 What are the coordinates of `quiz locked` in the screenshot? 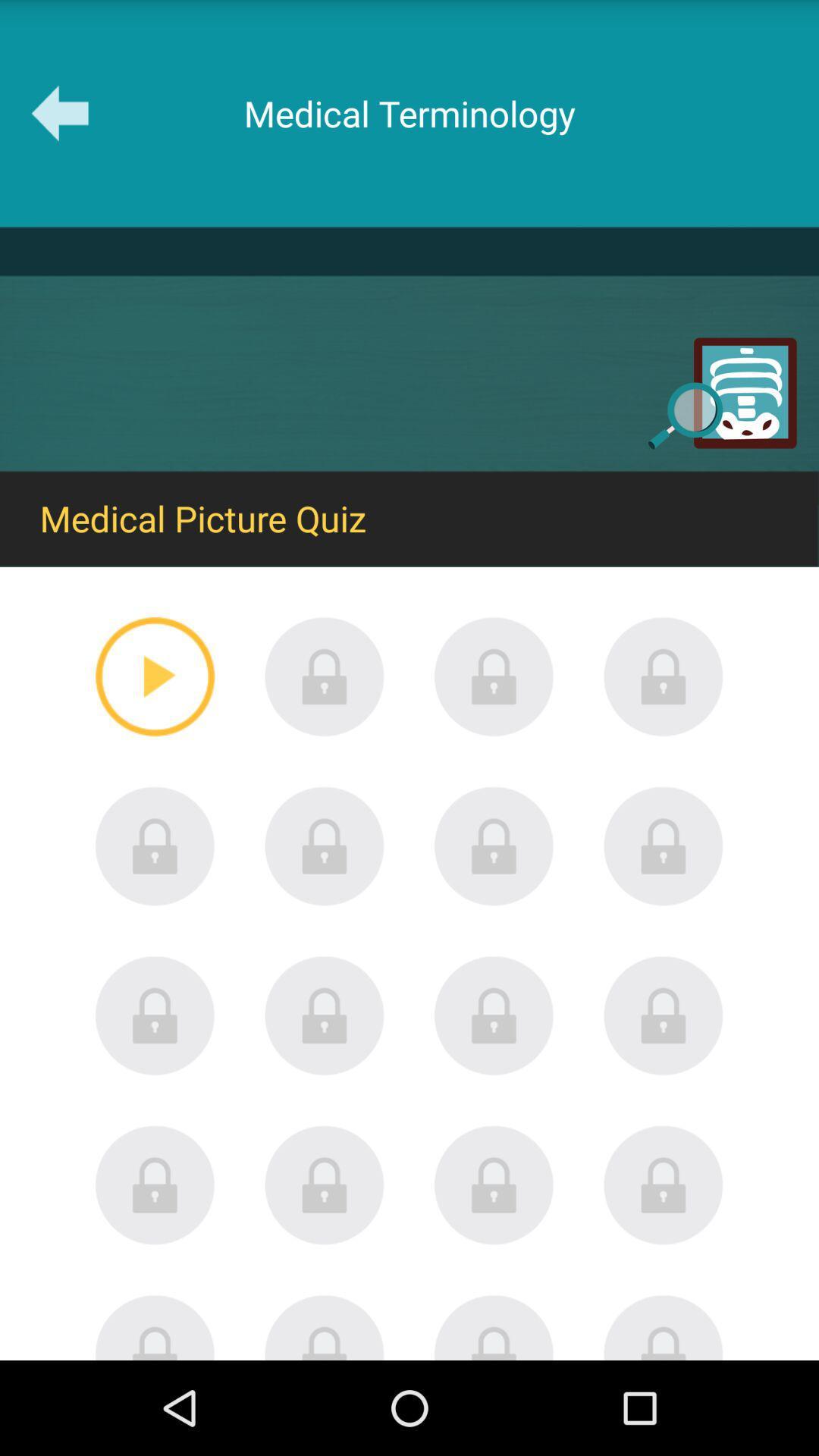 It's located at (324, 846).